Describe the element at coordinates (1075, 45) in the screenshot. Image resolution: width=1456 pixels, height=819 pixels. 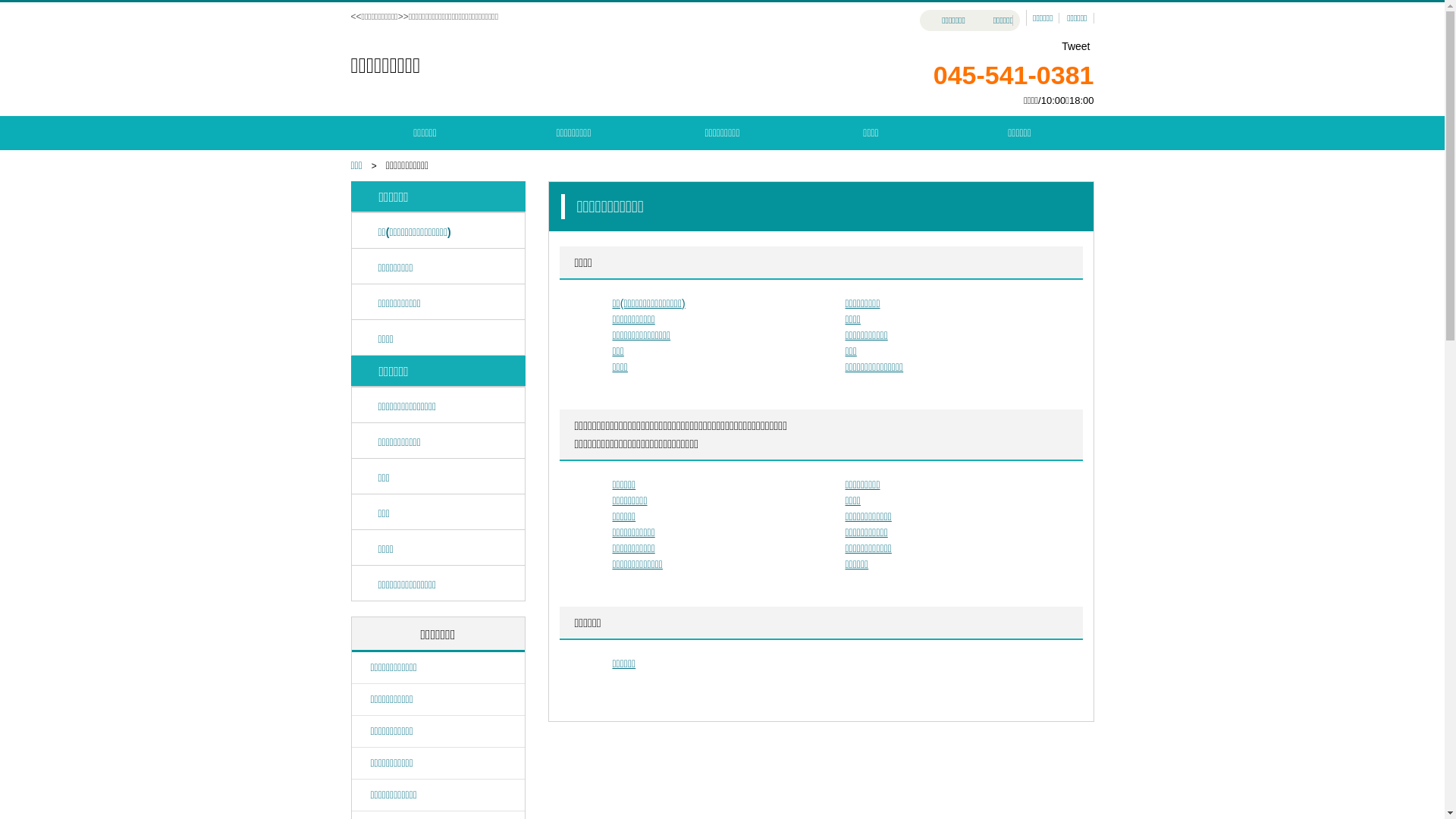
I see `'Tweet'` at that location.